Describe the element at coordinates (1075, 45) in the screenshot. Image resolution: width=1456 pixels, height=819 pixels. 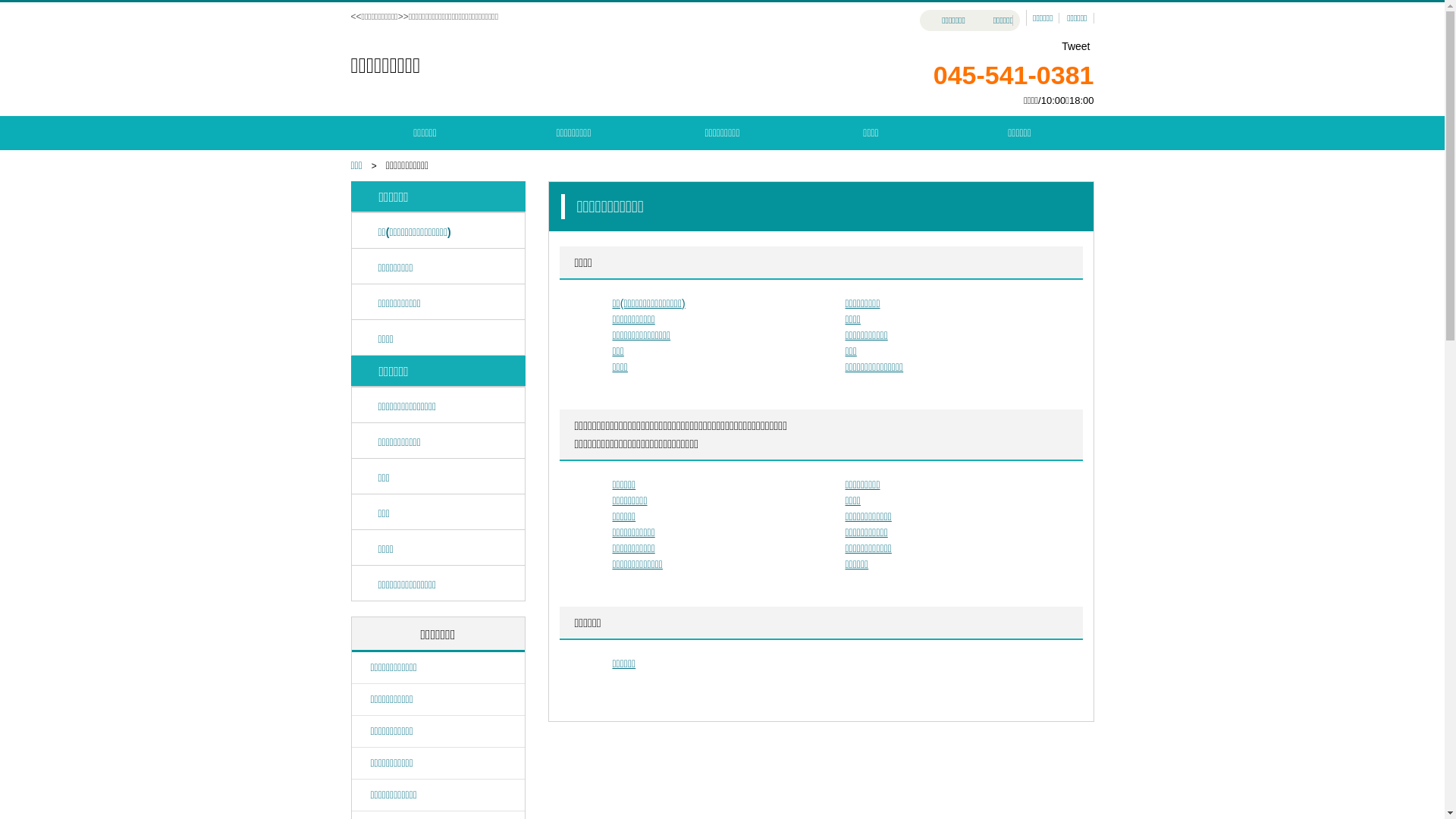
I see `'Tweet'` at that location.